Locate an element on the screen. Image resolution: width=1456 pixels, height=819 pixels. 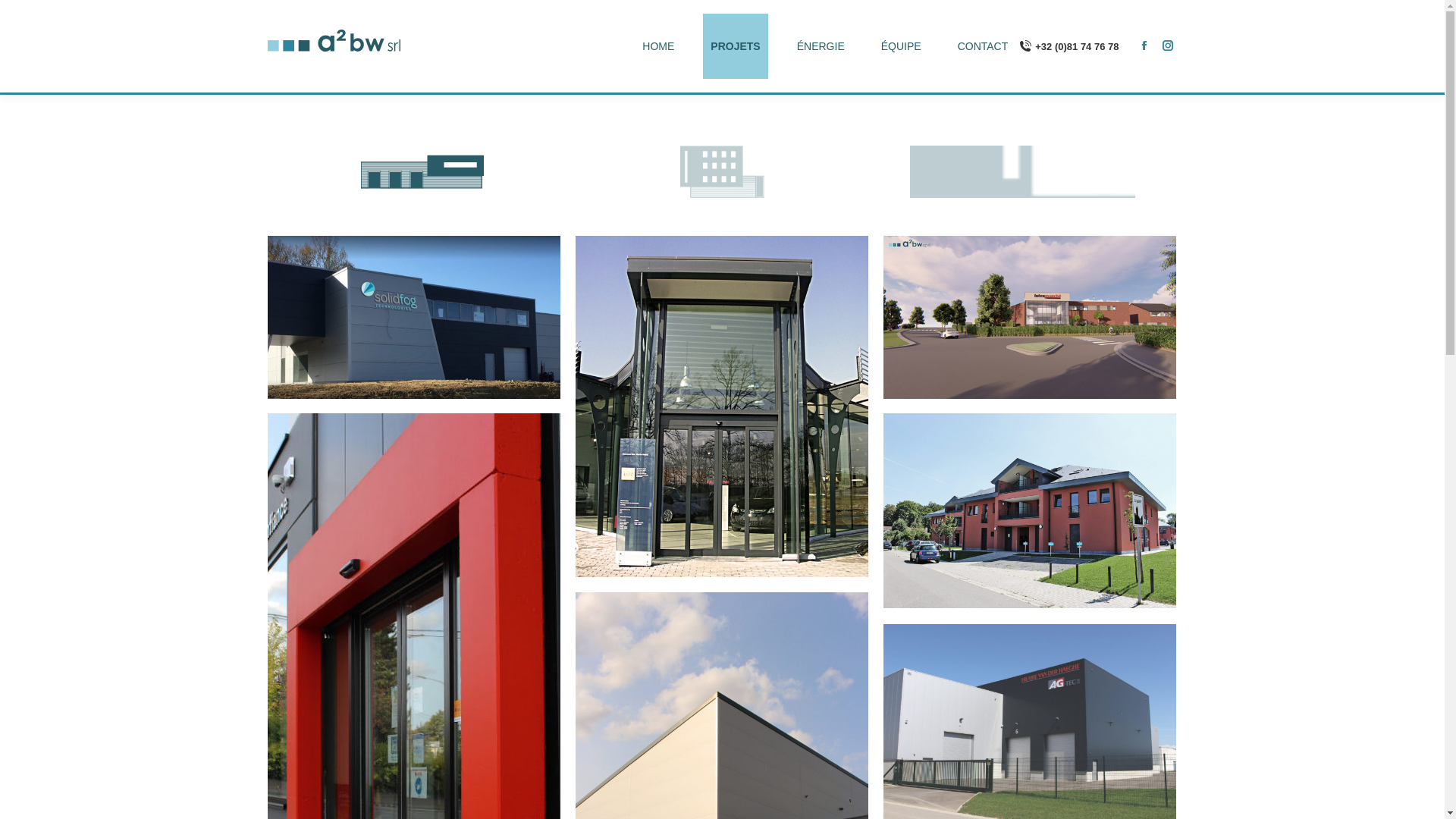
'PROJETS' is located at coordinates (735, 45).